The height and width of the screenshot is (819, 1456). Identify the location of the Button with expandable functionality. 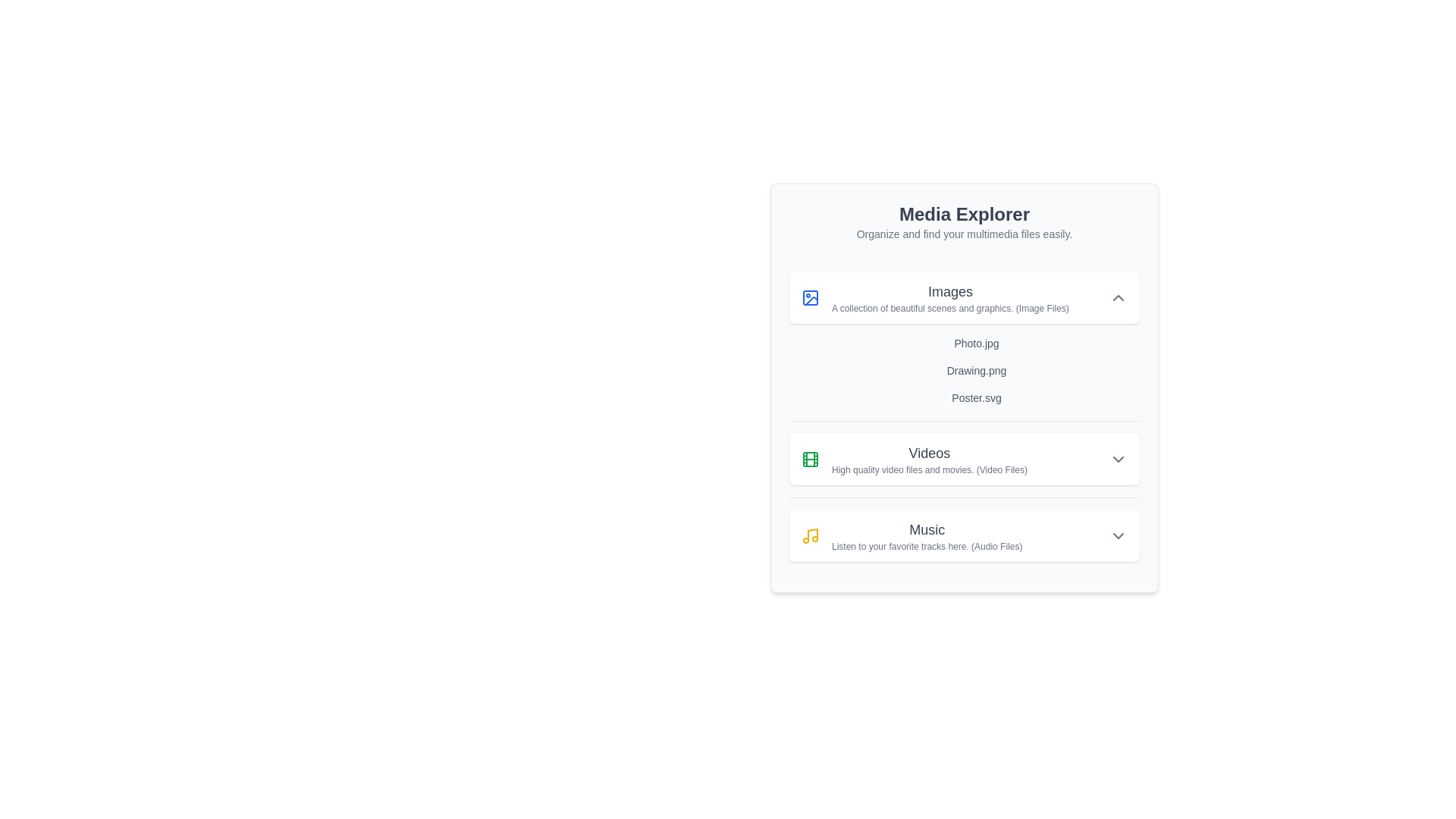
(964, 535).